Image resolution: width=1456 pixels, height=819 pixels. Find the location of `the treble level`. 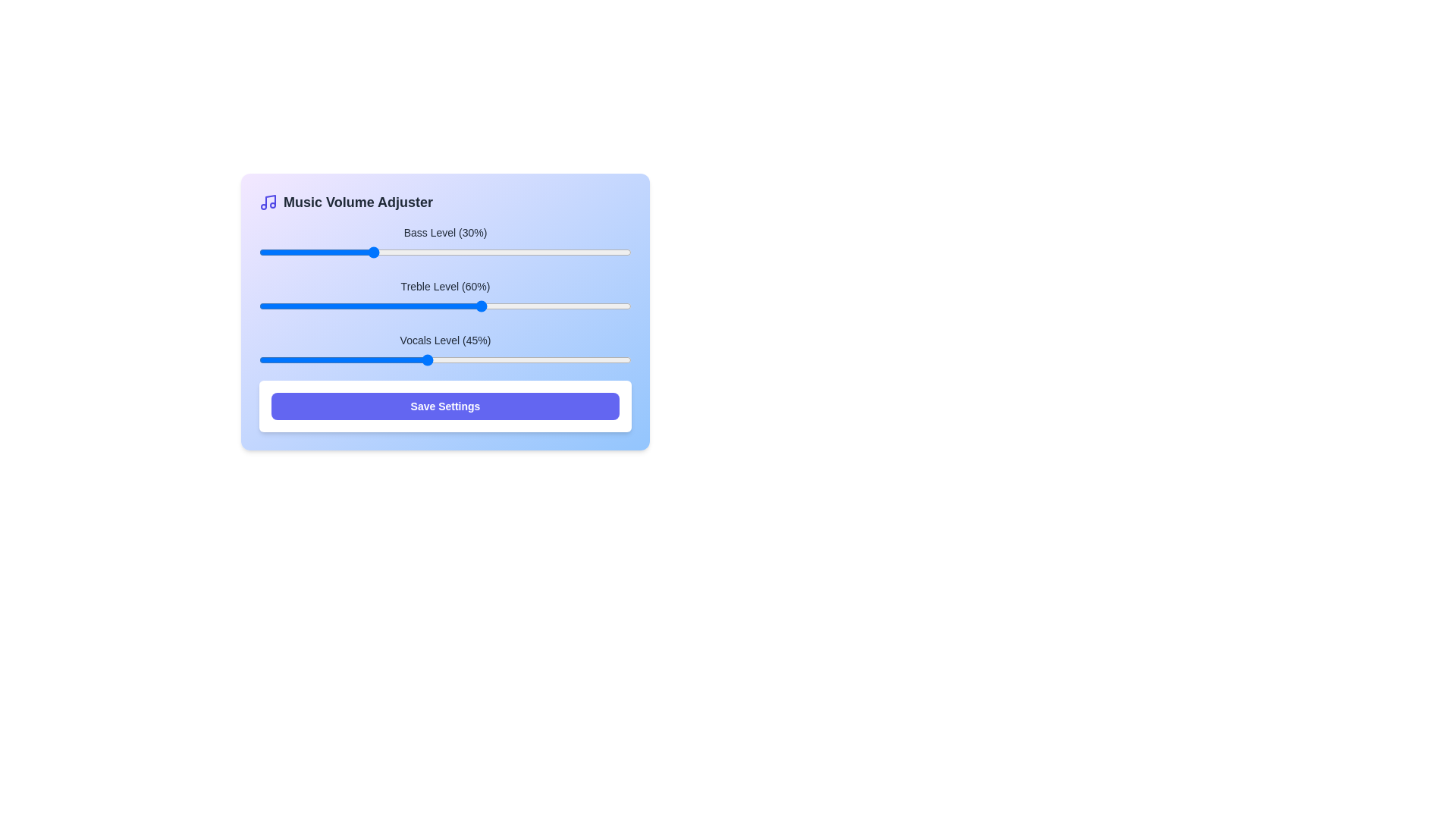

the treble level is located at coordinates (400, 306).